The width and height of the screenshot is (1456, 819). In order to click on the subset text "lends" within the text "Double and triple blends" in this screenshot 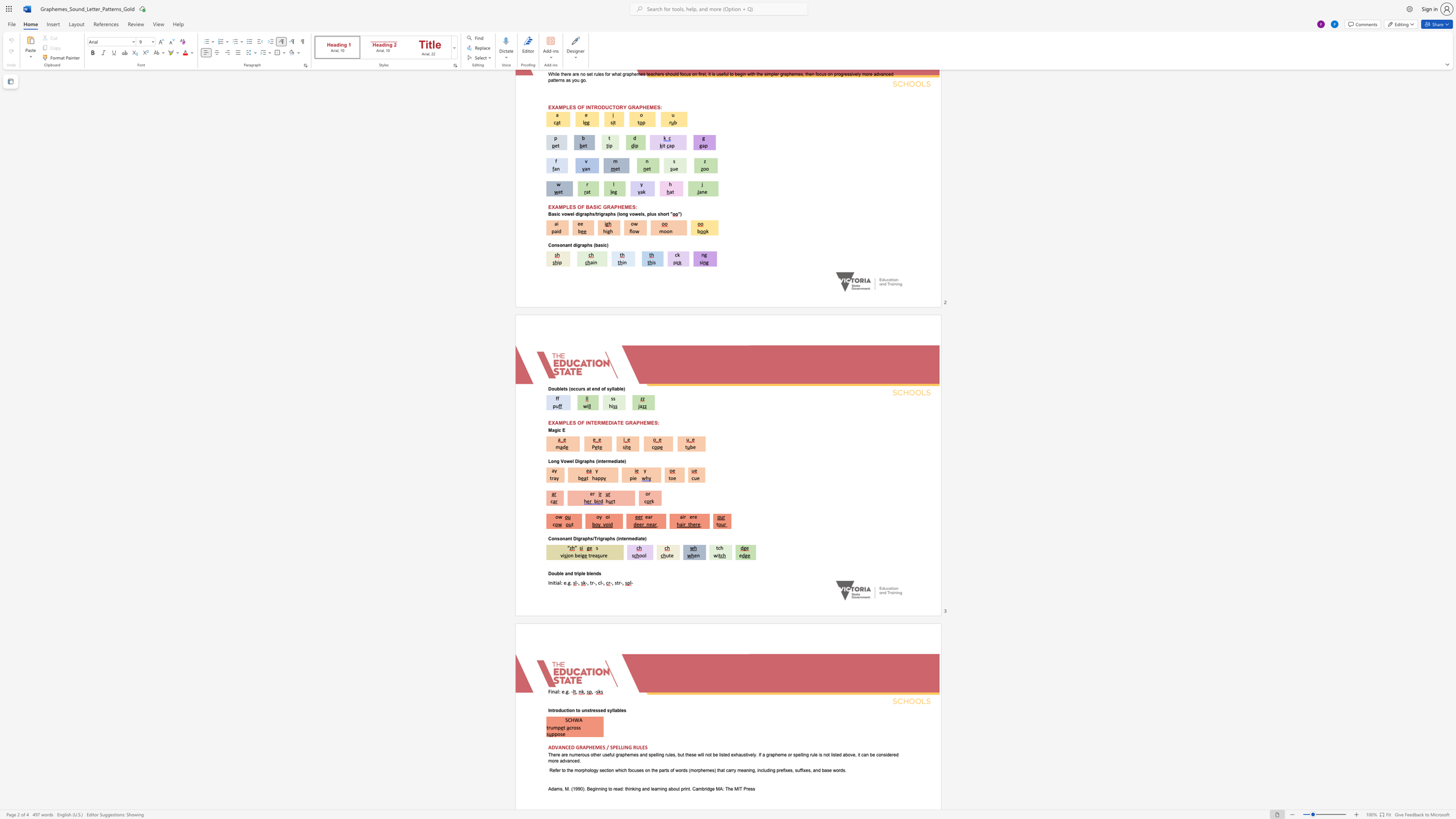, I will do `click(588, 573)`.